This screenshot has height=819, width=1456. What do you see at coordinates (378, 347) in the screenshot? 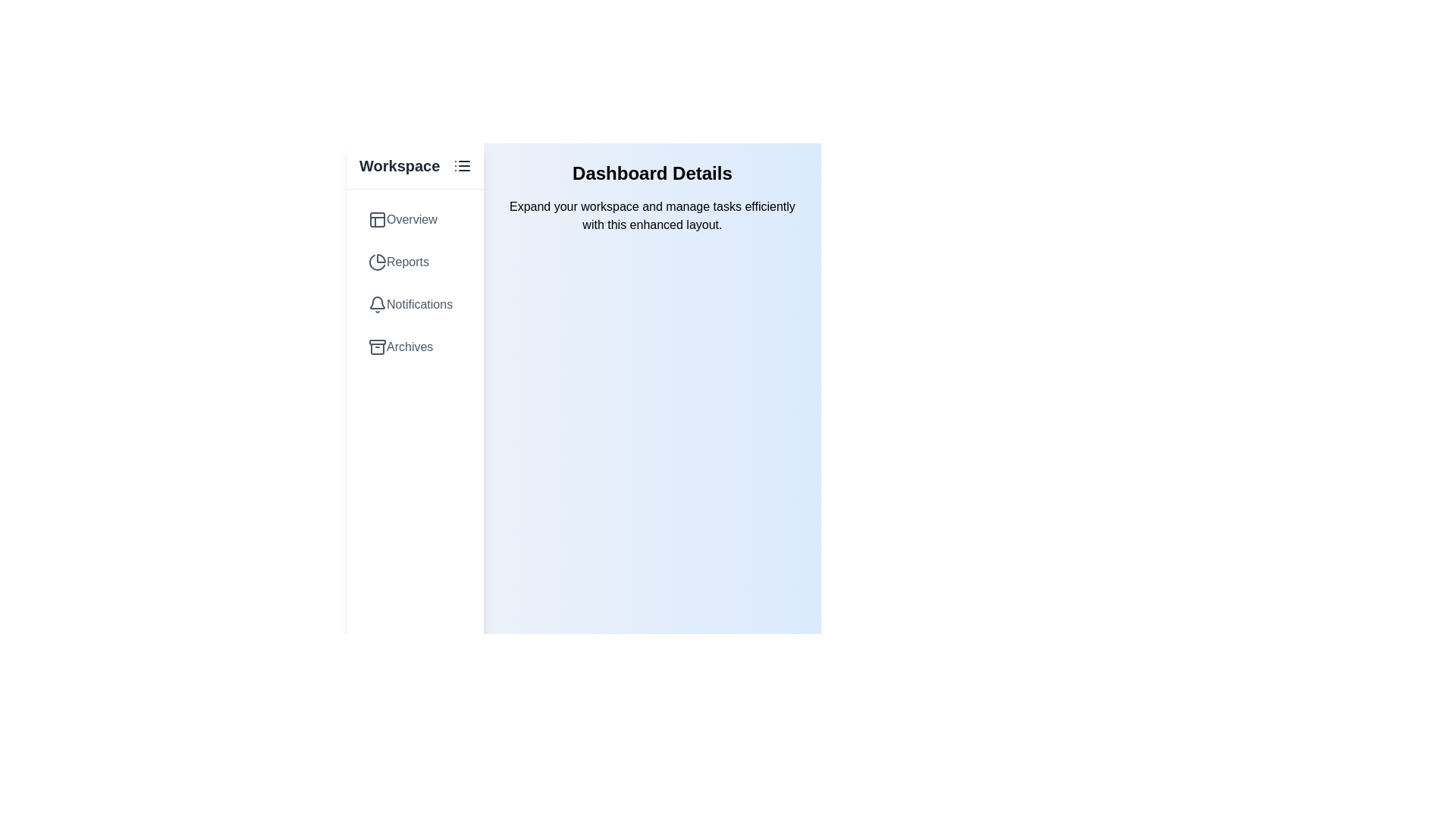
I see `the icon associated with the Archives list item` at bounding box center [378, 347].